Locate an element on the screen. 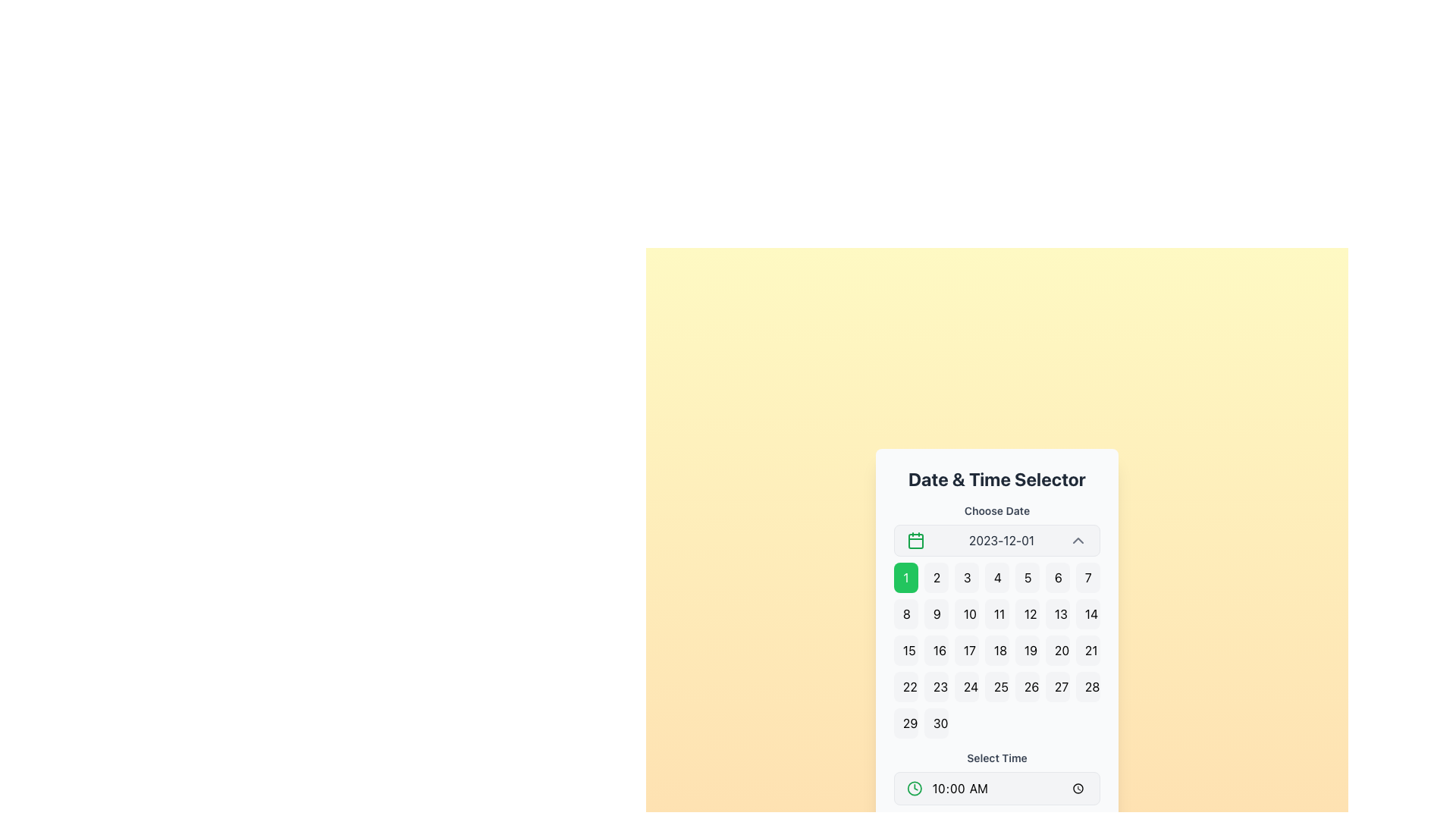  the selectable day button for the date '28' in the calendar interface is located at coordinates (1087, 687).